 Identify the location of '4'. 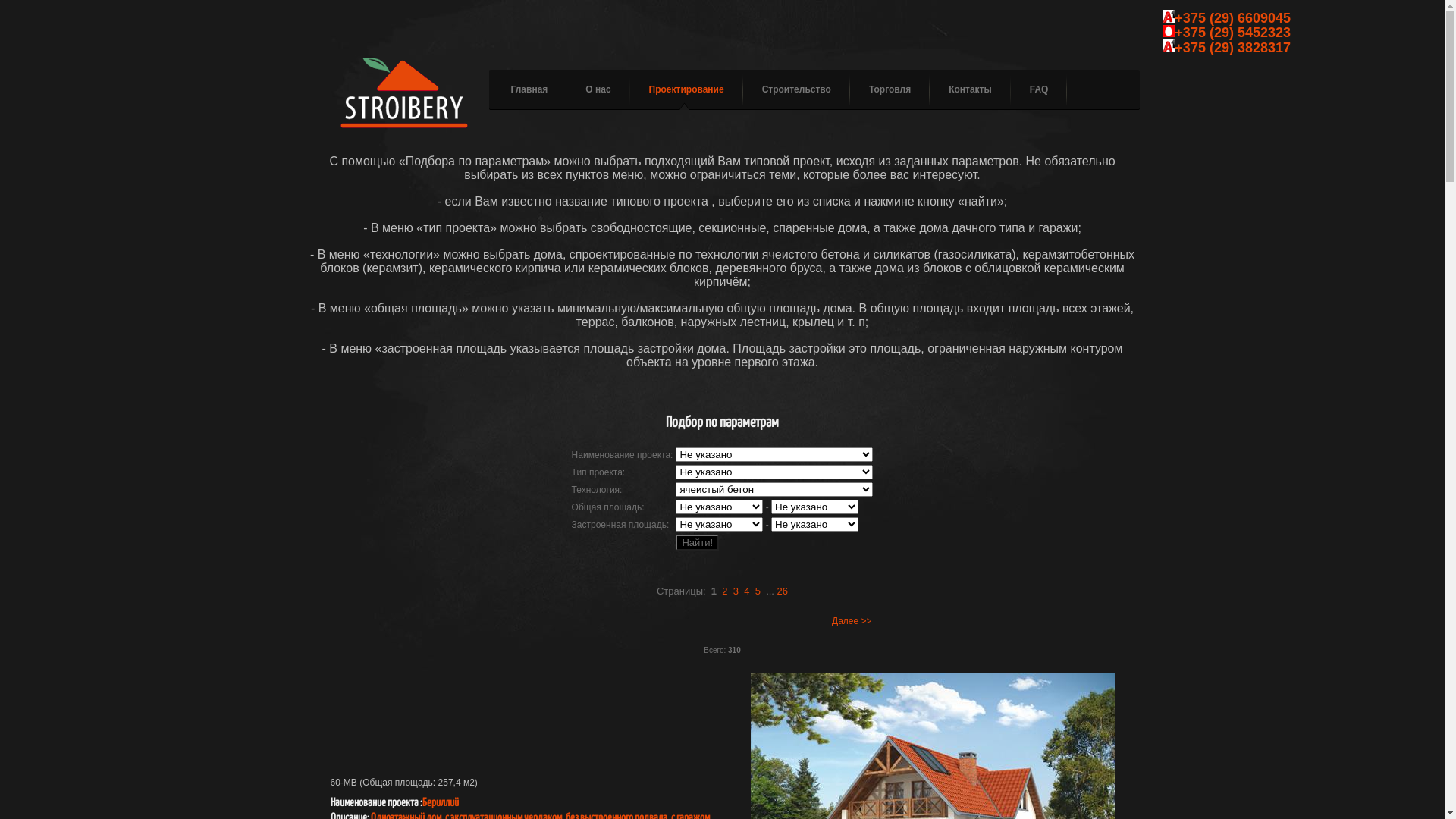
(746, 590).